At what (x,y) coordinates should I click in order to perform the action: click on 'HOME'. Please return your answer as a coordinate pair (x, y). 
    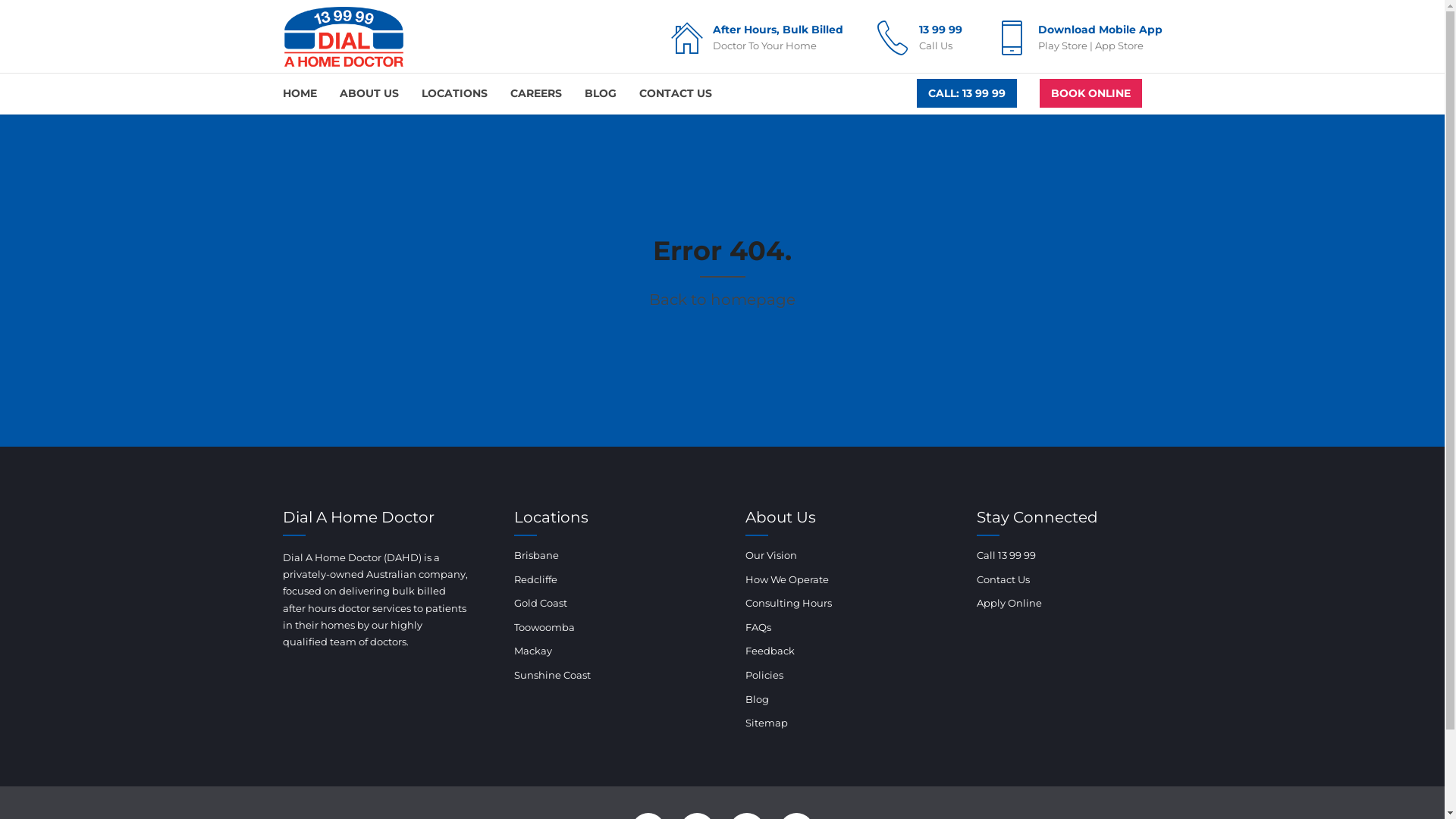
    Looking at the image, I should click on (299, 93).